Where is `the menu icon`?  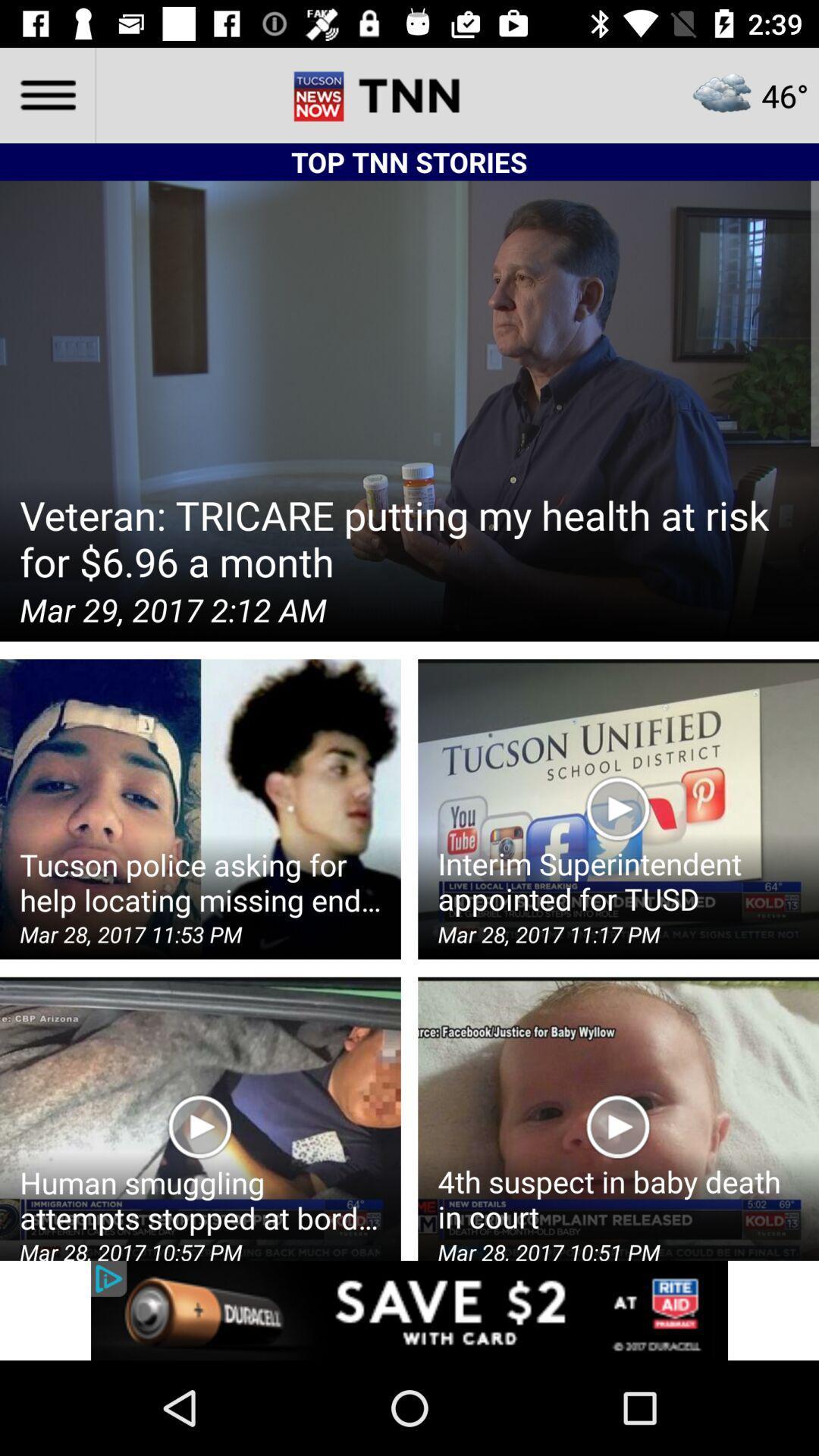
the menu icon is located at coordinates (46, 94).